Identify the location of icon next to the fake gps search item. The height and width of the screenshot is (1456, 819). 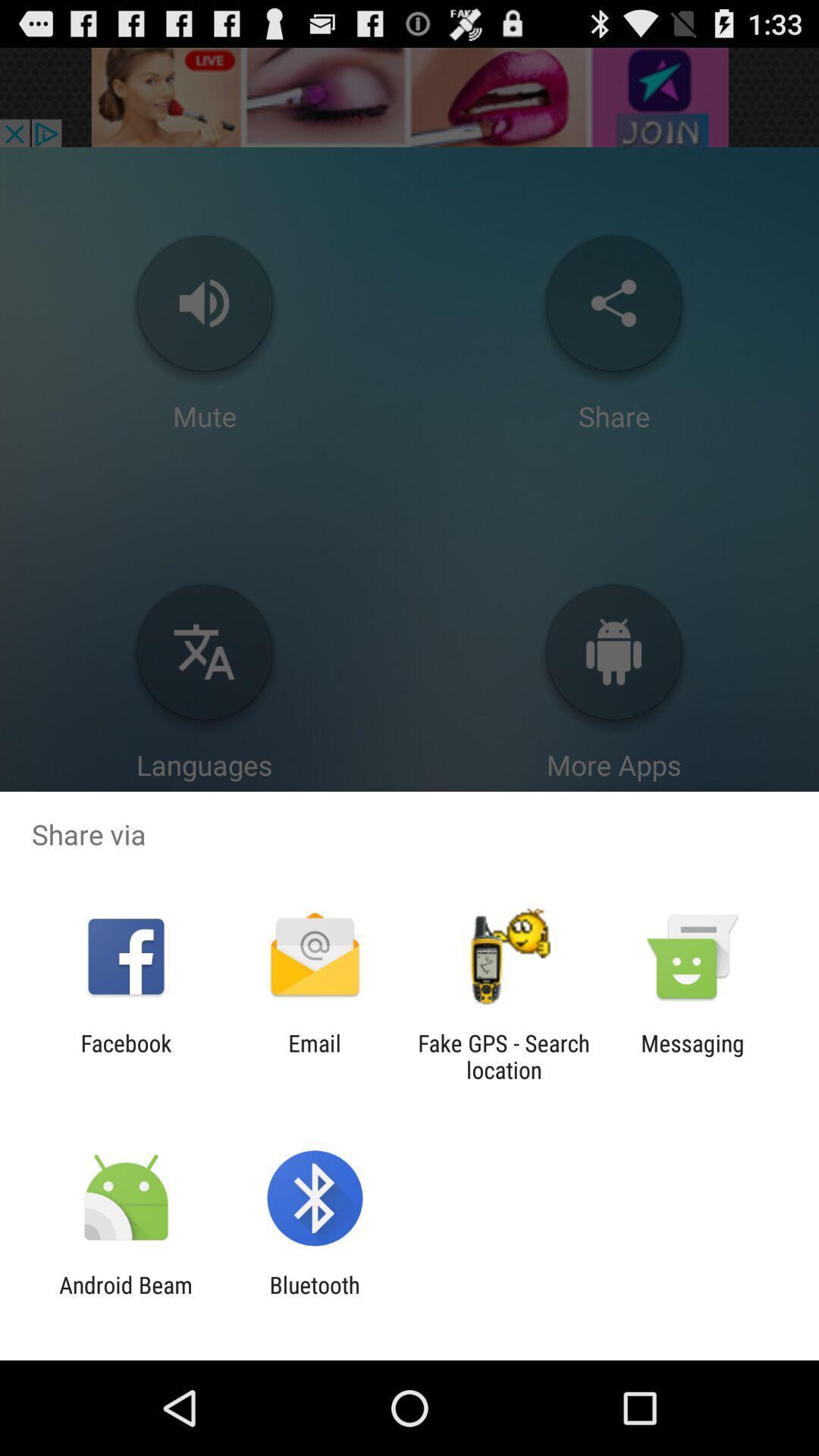
(692, 1056).